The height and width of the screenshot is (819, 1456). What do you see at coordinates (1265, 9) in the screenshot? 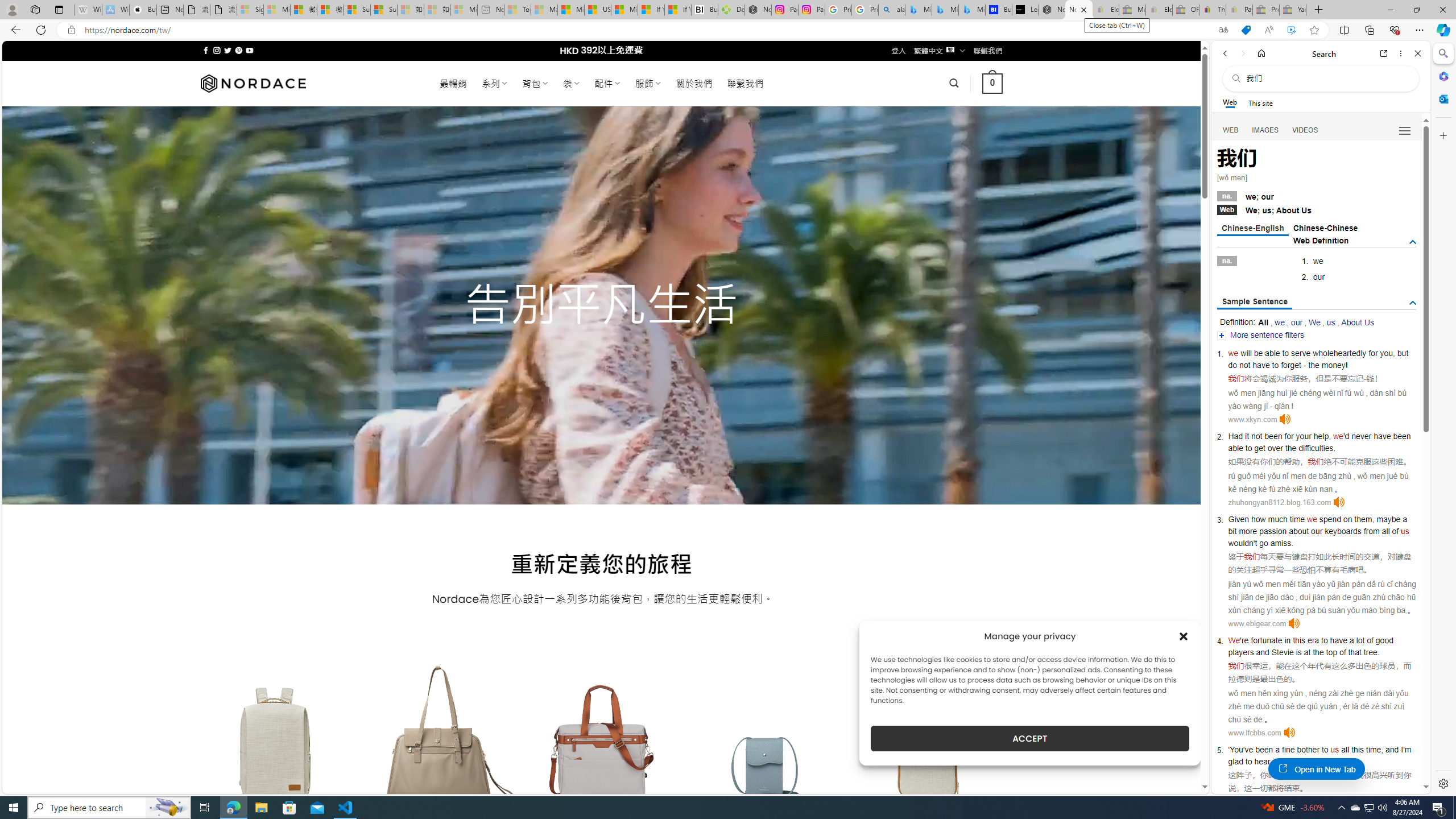
I see `'Press Room - eBay Inc. - Sleeping'` at bounding box center [1265, 9].